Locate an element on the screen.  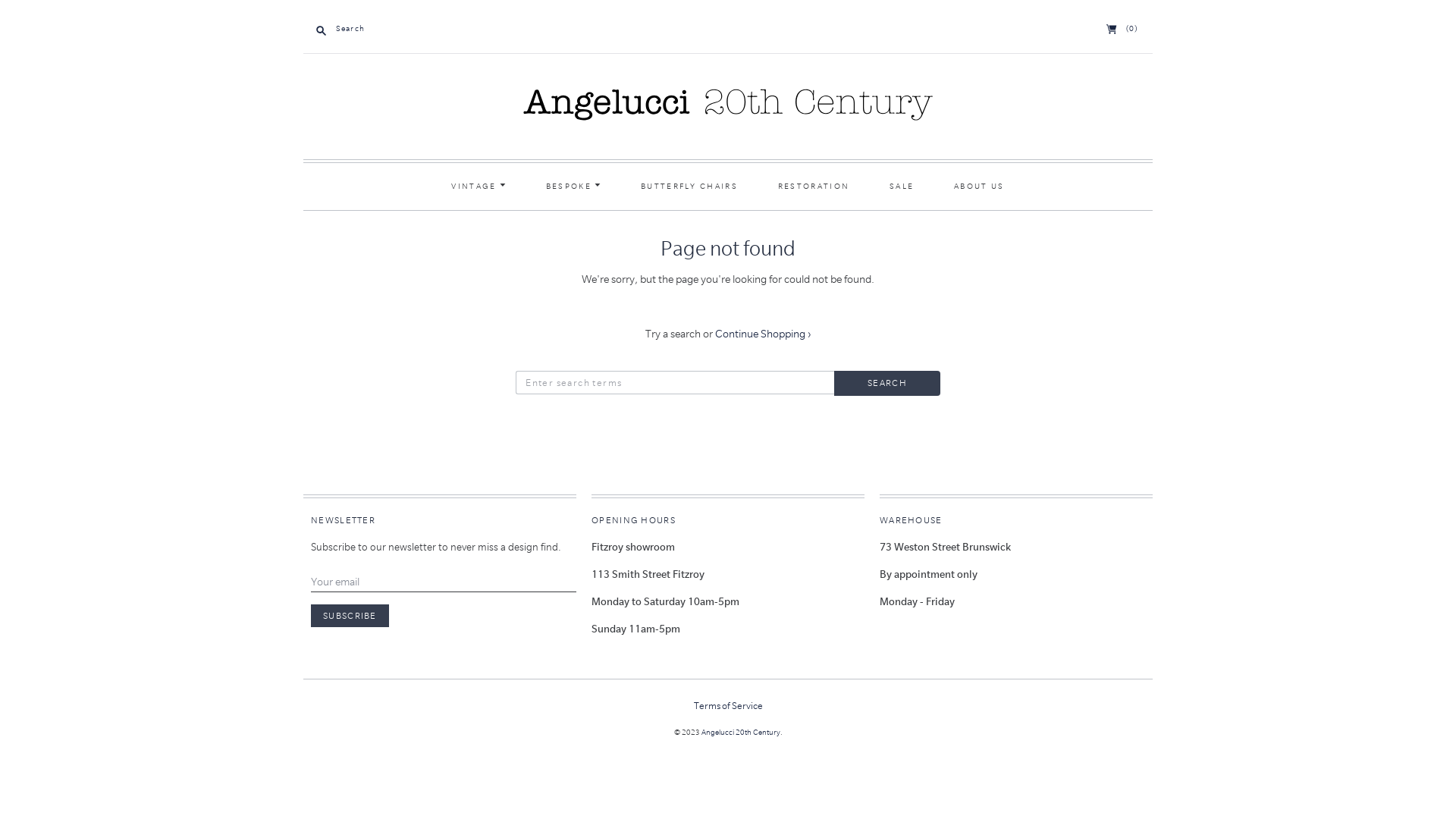
'VINTAGE' is located at coordinates (477, 185).